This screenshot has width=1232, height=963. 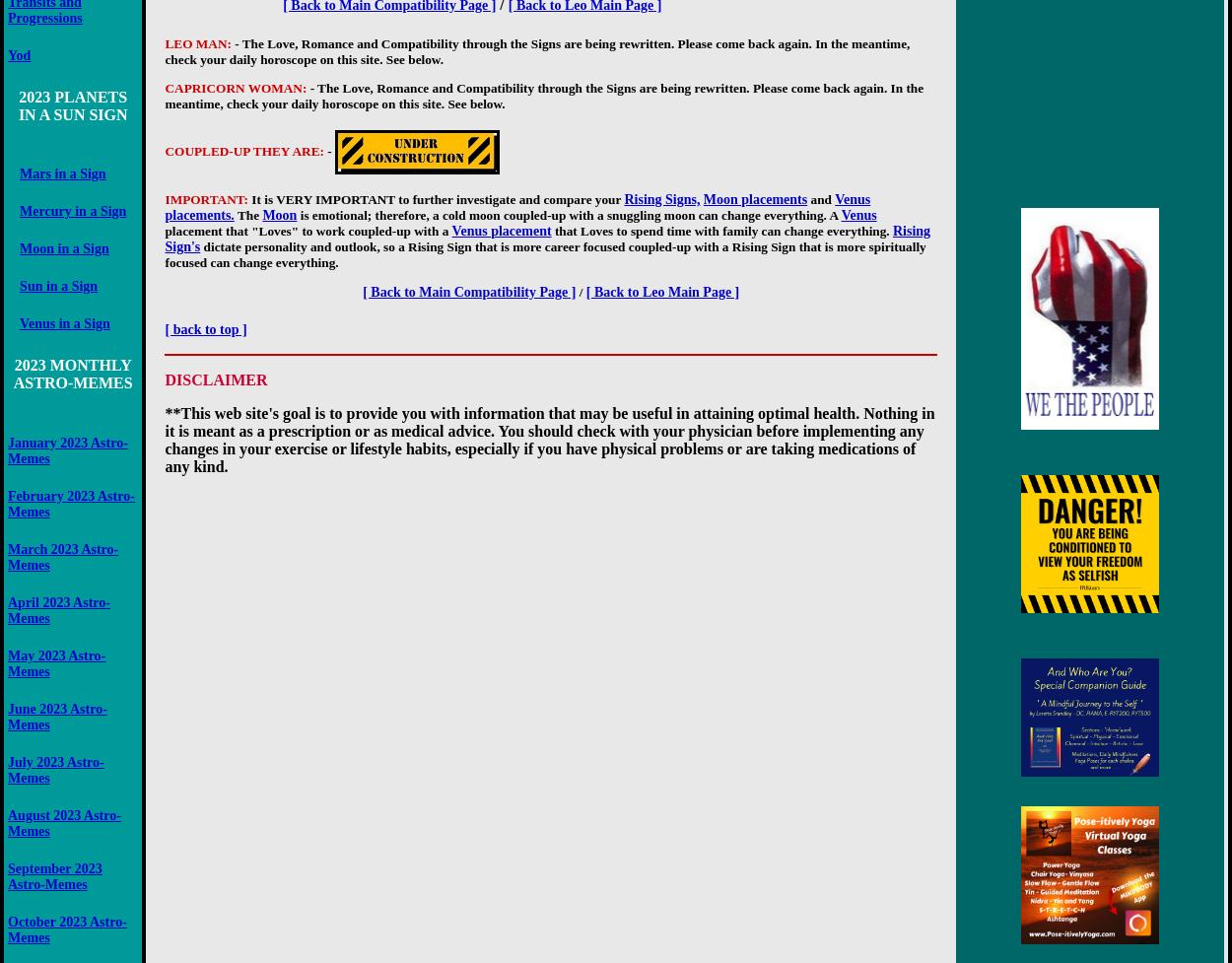 I want to click on 'Yod', so click(x=19, y=54).